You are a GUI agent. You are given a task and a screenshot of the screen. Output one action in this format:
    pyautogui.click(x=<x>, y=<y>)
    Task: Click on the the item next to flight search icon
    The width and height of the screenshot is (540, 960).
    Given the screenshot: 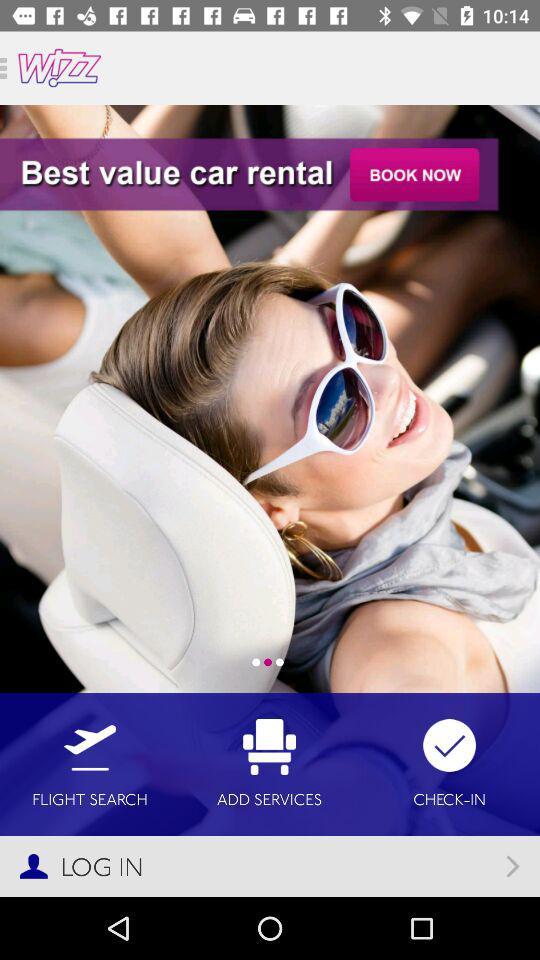 What is the action you would take?
    pyautogui.click(x=269, y=763)
    